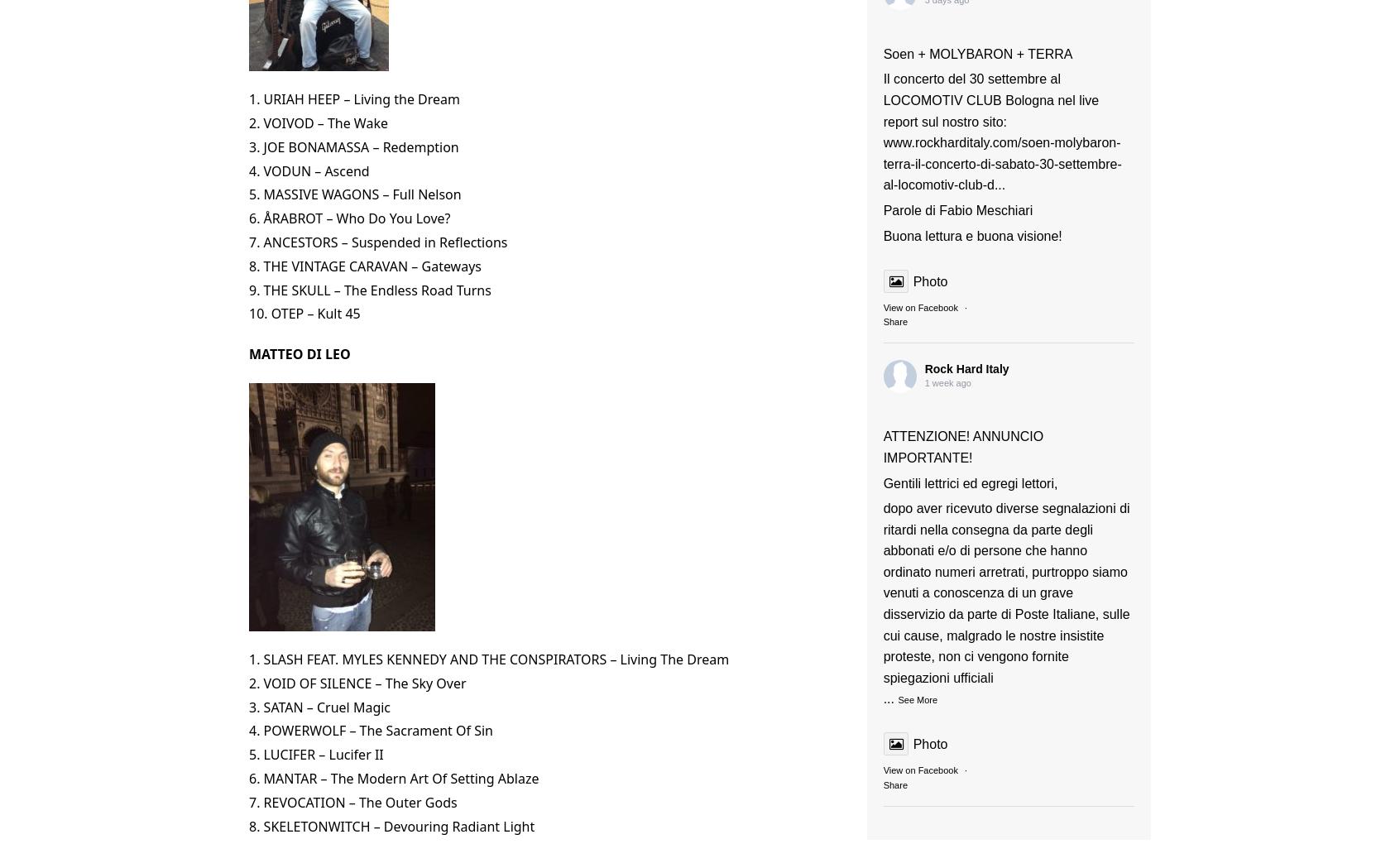  I want to click on '8. THE VINTAGE CARAVAN – Gateways', so click(364, 265).